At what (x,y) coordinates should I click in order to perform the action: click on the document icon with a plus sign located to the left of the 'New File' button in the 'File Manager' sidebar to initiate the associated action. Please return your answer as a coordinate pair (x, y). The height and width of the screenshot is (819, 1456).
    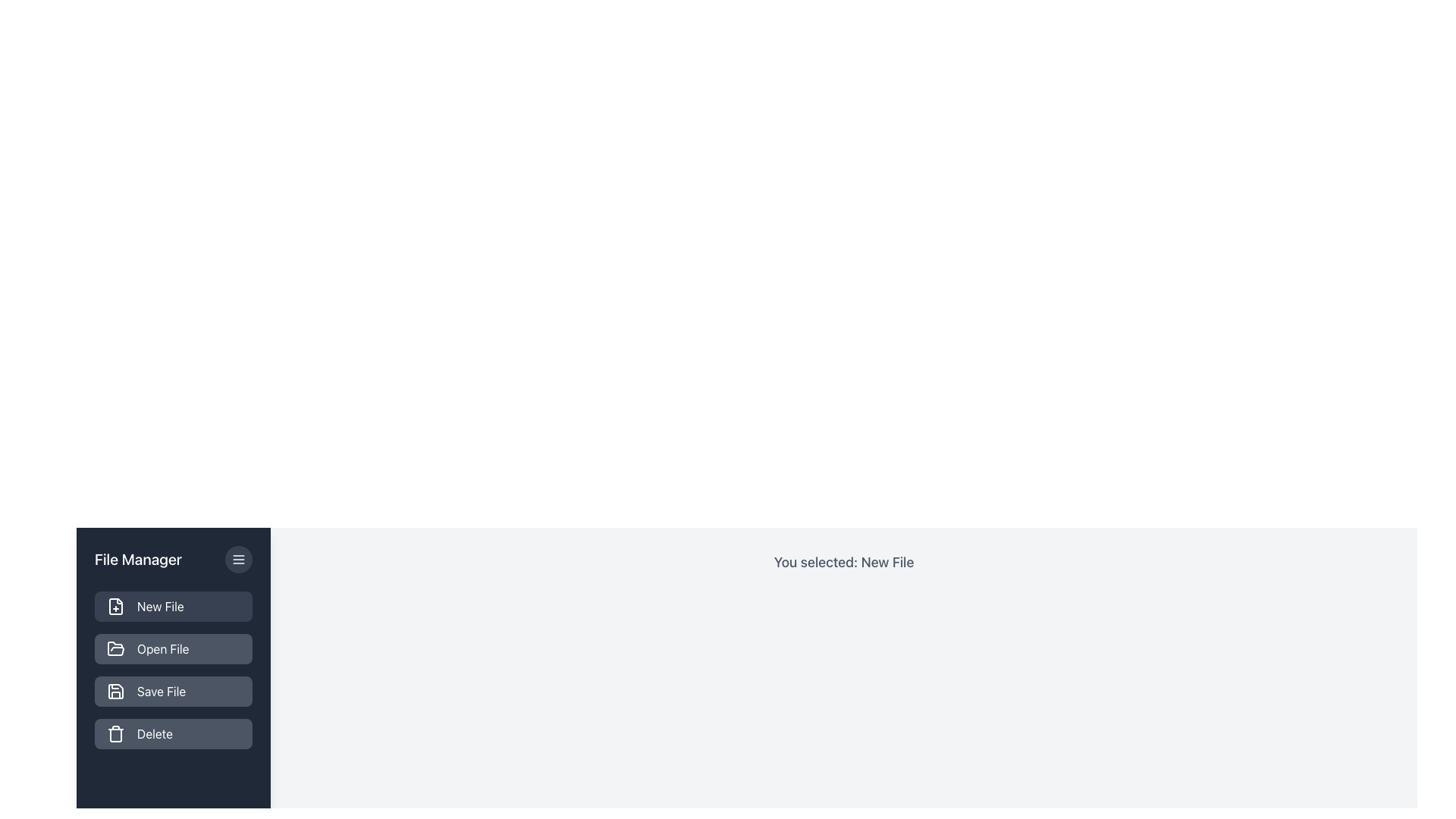
    Looking at the image, I should click on (115, 605).